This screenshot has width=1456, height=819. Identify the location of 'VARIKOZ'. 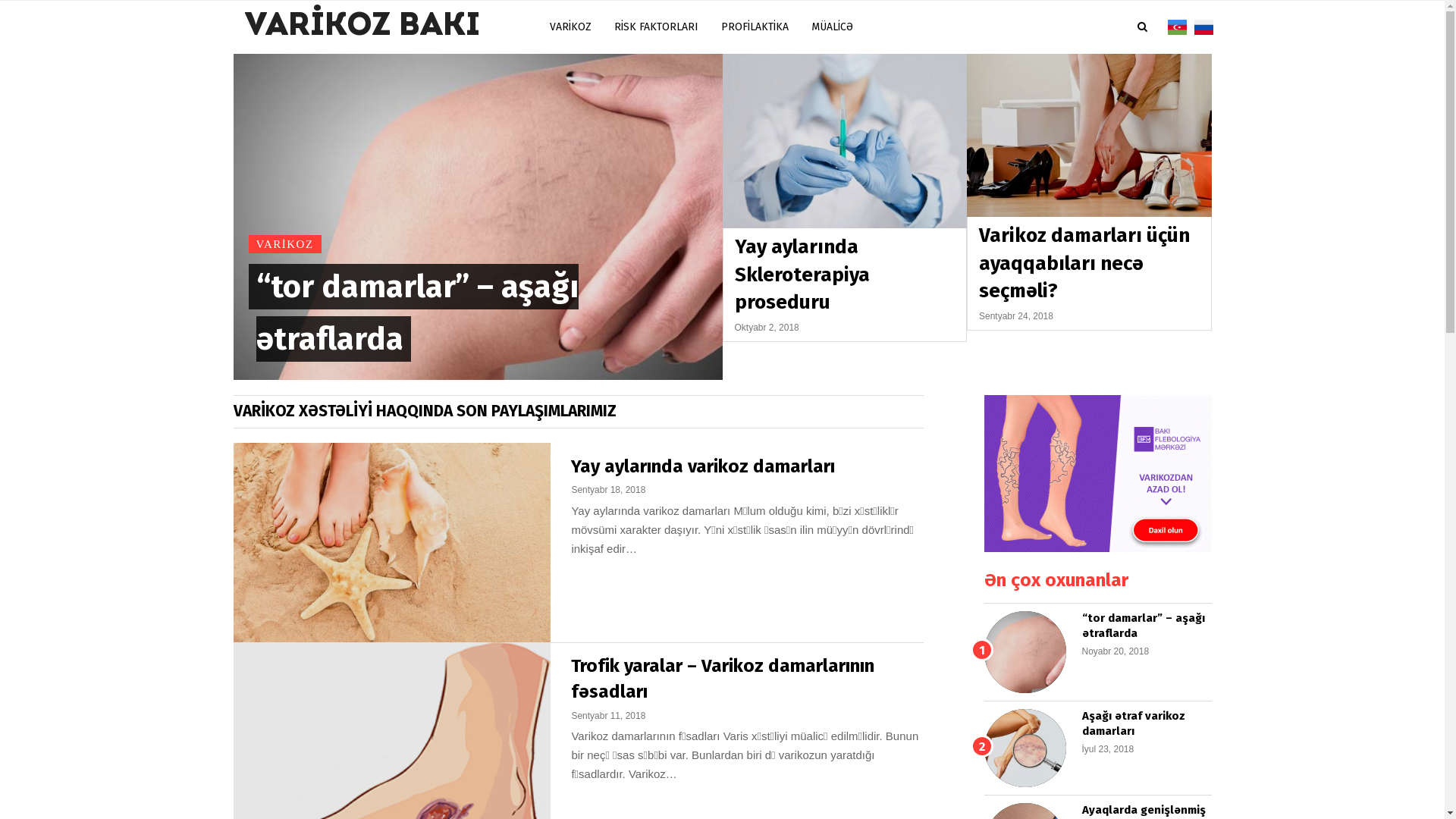
(570, 27).